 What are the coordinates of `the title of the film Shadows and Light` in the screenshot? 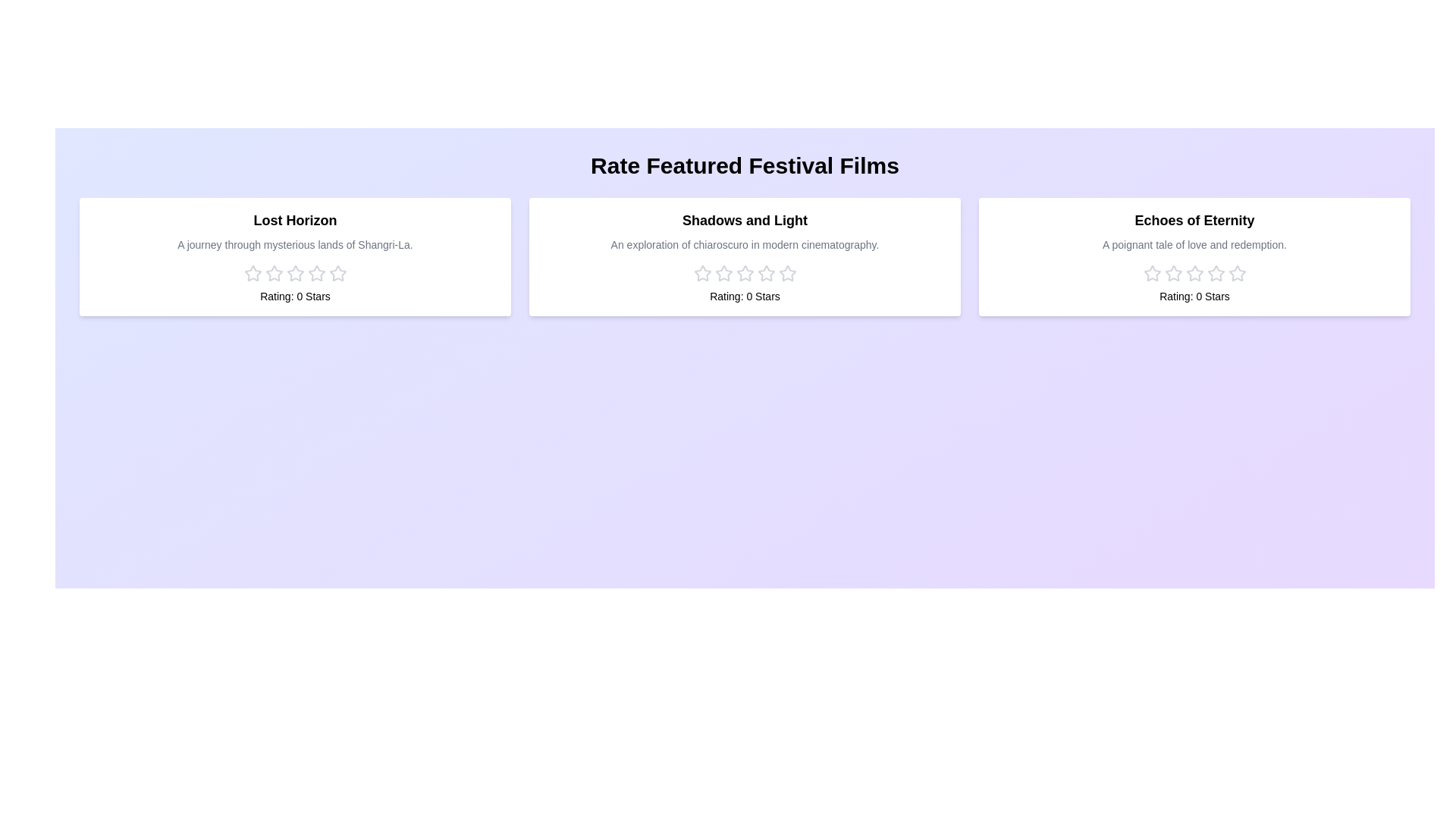 It's located at (745, 220).